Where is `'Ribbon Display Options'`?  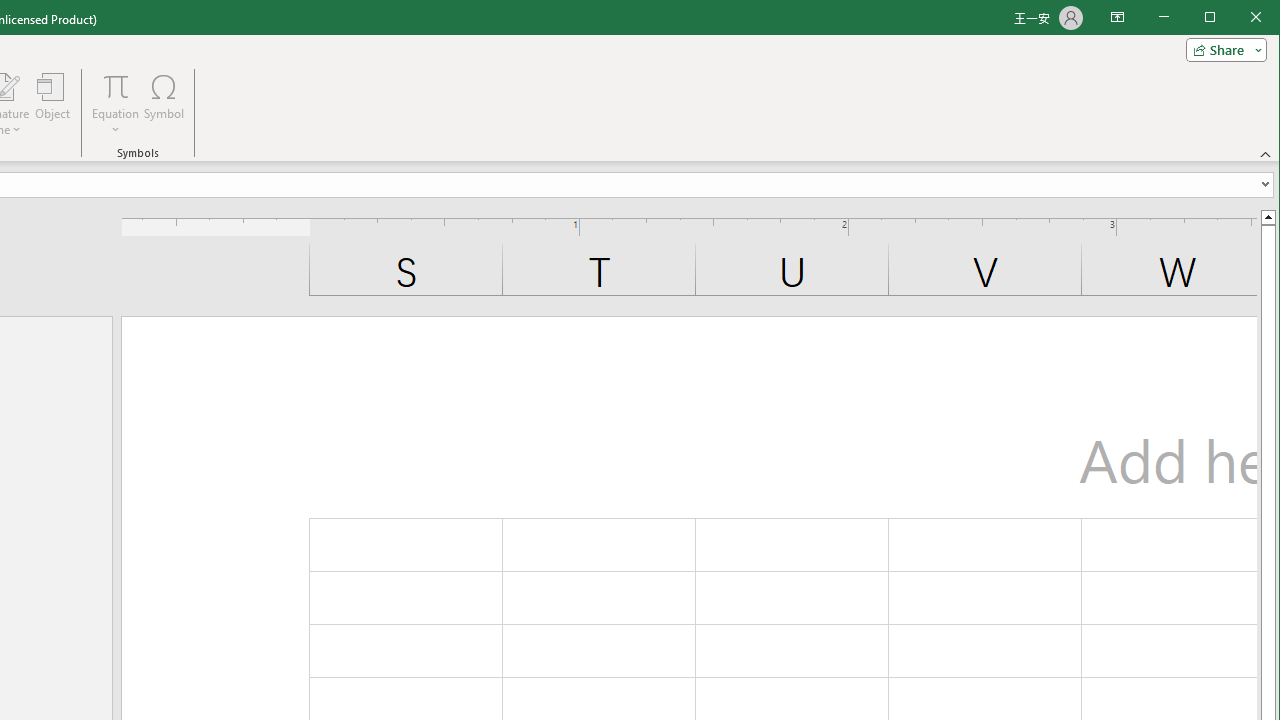
'Ribbon Display Options' is located at coordinates (1116, 18).